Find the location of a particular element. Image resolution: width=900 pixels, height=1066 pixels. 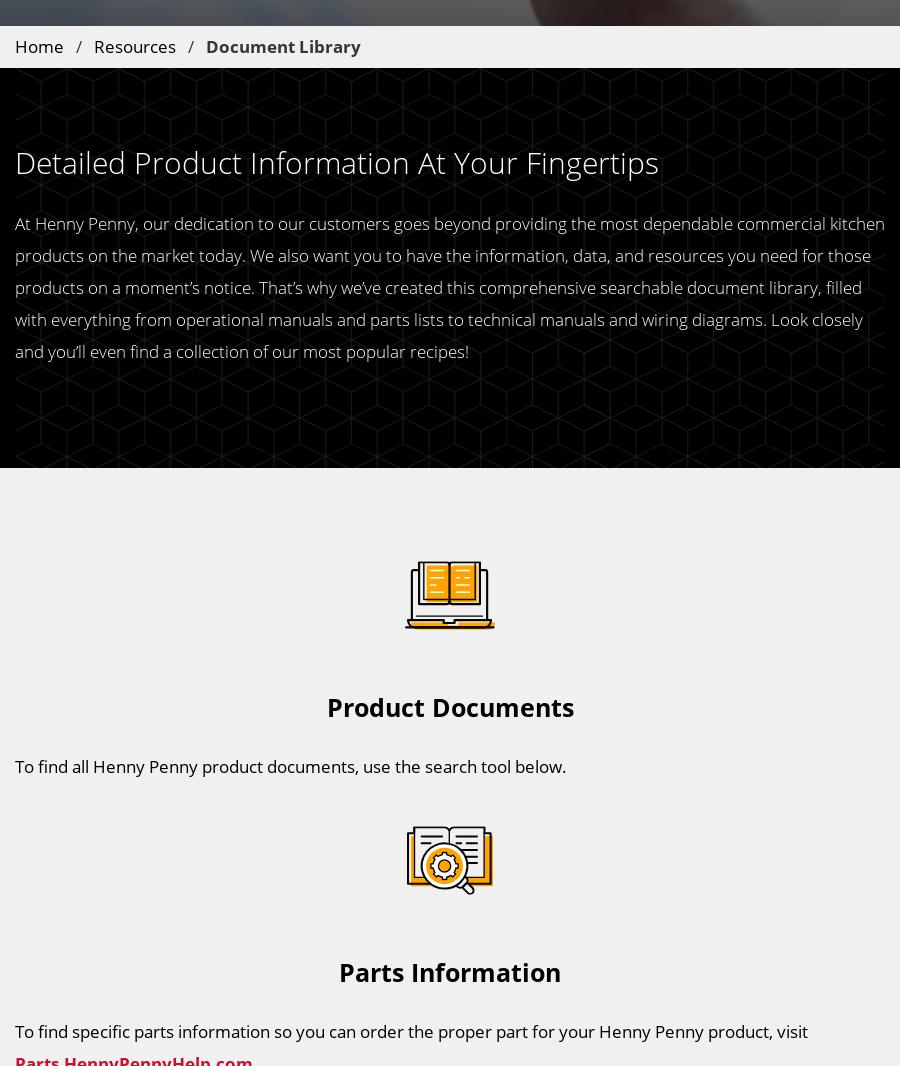

'At Henny Penny, our dedication to our customers goes beyond providing the most dependable commercial kitchen products on the market today. We also want you to have the information, data, and resources you need for those products on a moment’s notice. That’s why we’ve created this comprehensive searchable document library, filled with everything from operational manuals and parts lists to technical manuals and wiring diagrams. Look closely and you’ll even find a collection of our most popular recipes!' is located at coordinates (450, 286).